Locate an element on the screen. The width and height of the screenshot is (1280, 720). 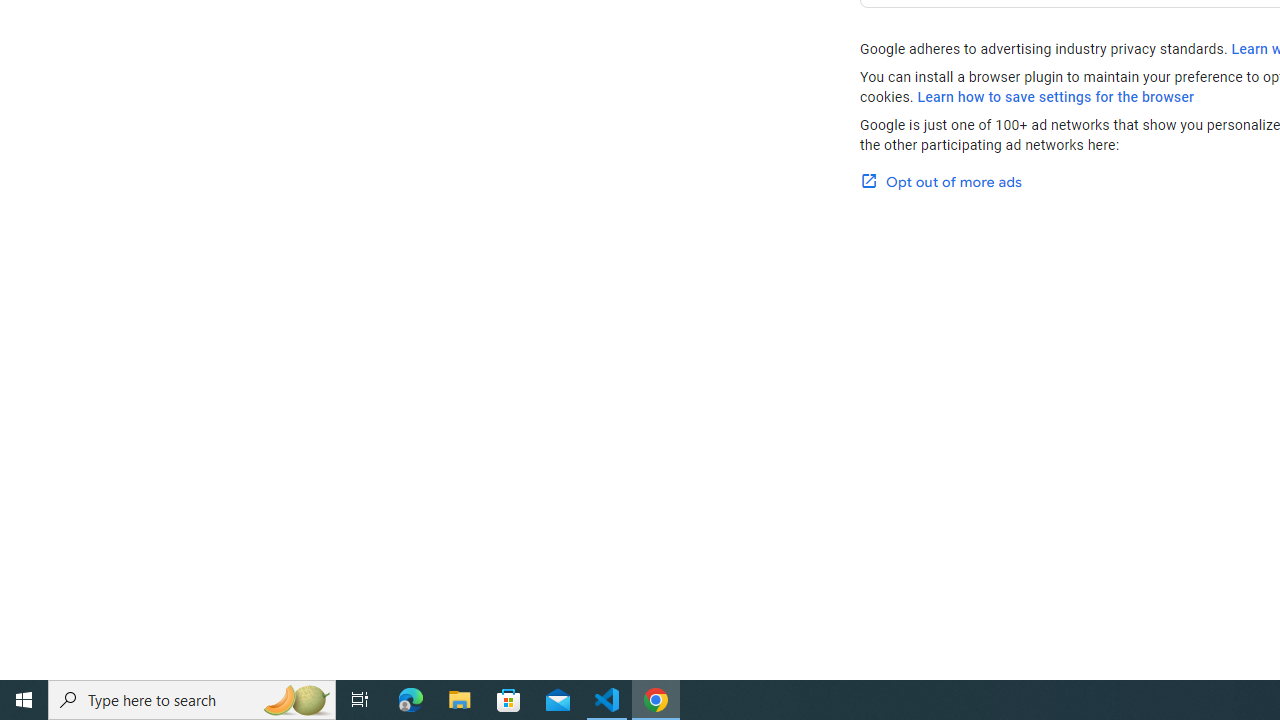
'Learn how to save settings for the browser' is located at coordinates (1055, 97).